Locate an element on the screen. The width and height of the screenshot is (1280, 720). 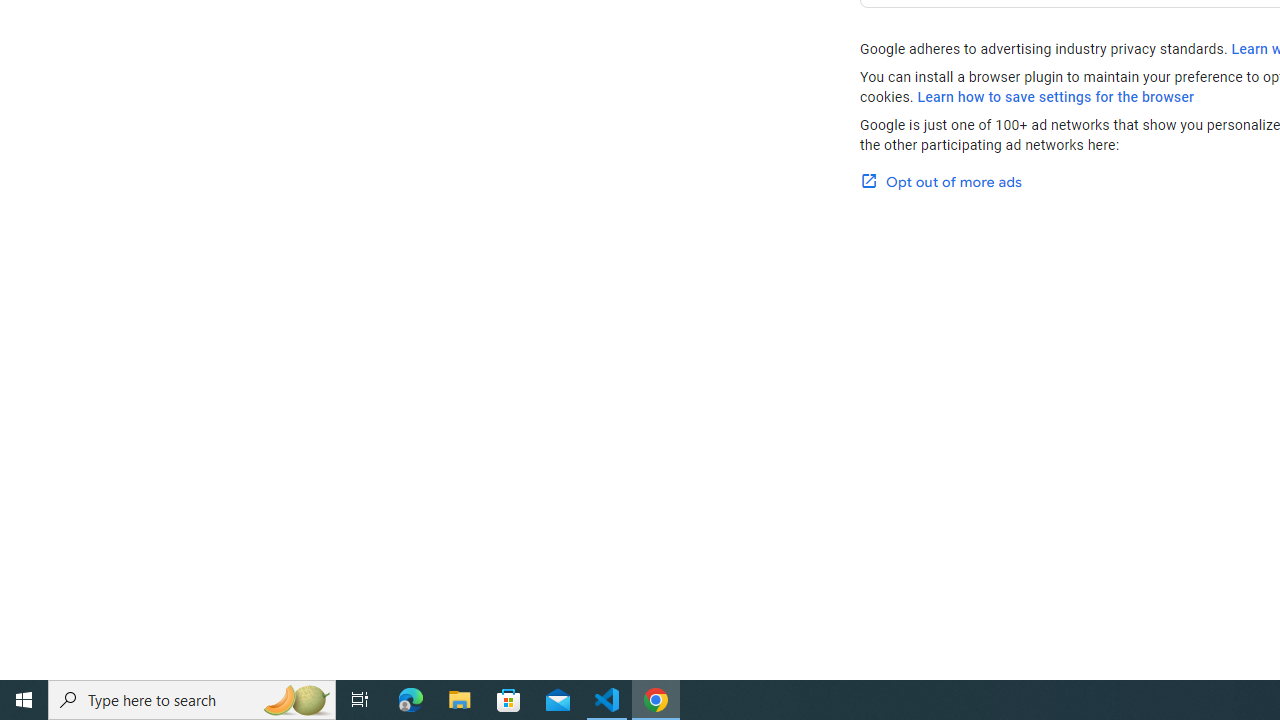
'Learn how to save settings for the browser' is located at coordinates (1055, 97).